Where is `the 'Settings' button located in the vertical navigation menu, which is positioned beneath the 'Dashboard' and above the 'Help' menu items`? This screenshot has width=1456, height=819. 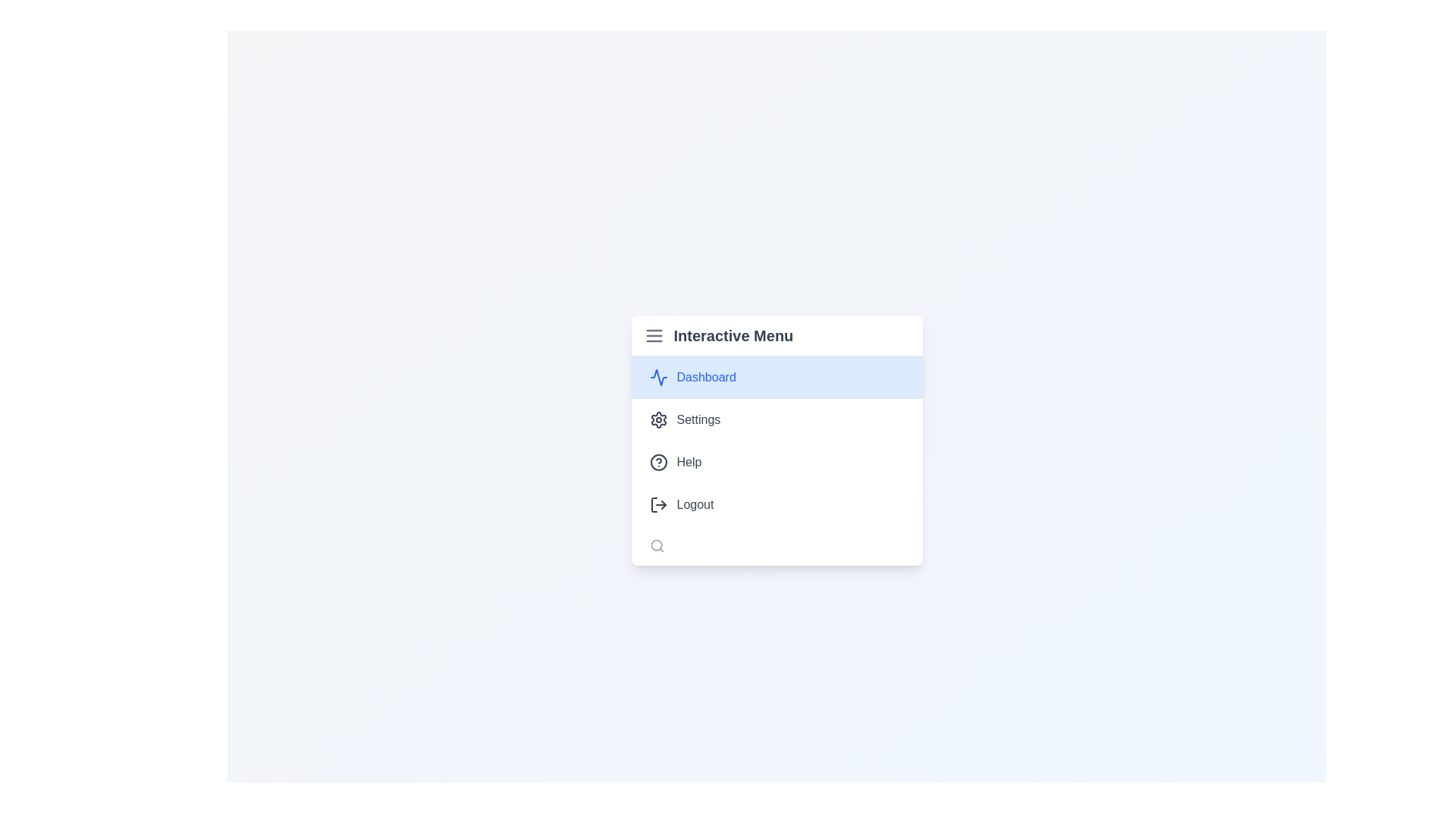 the 'Settings' button located in the vertical navigation menu, which is positioned beneath the 'Dashboard' and above the 'Help' menu items is located at coordinates (777, 419).